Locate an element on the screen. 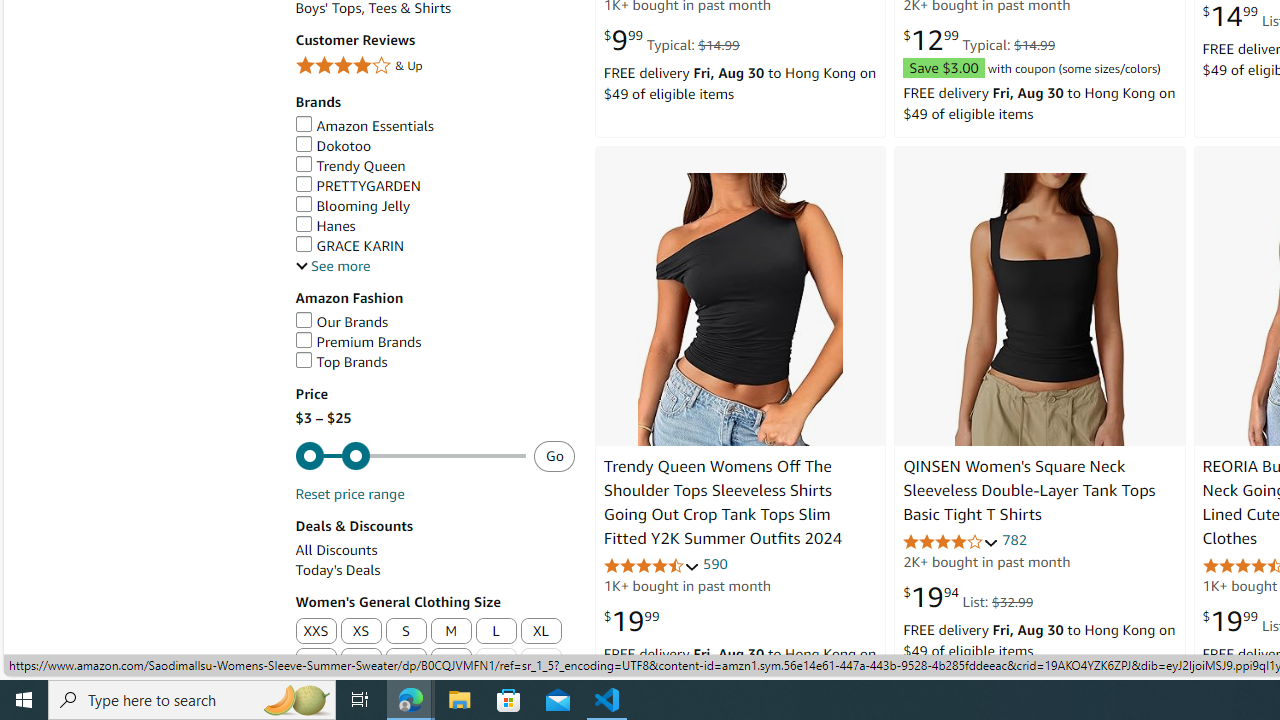 The image size is (1280, 720). '$19.94 List: $32.99' is located at coordinates (968, 595).